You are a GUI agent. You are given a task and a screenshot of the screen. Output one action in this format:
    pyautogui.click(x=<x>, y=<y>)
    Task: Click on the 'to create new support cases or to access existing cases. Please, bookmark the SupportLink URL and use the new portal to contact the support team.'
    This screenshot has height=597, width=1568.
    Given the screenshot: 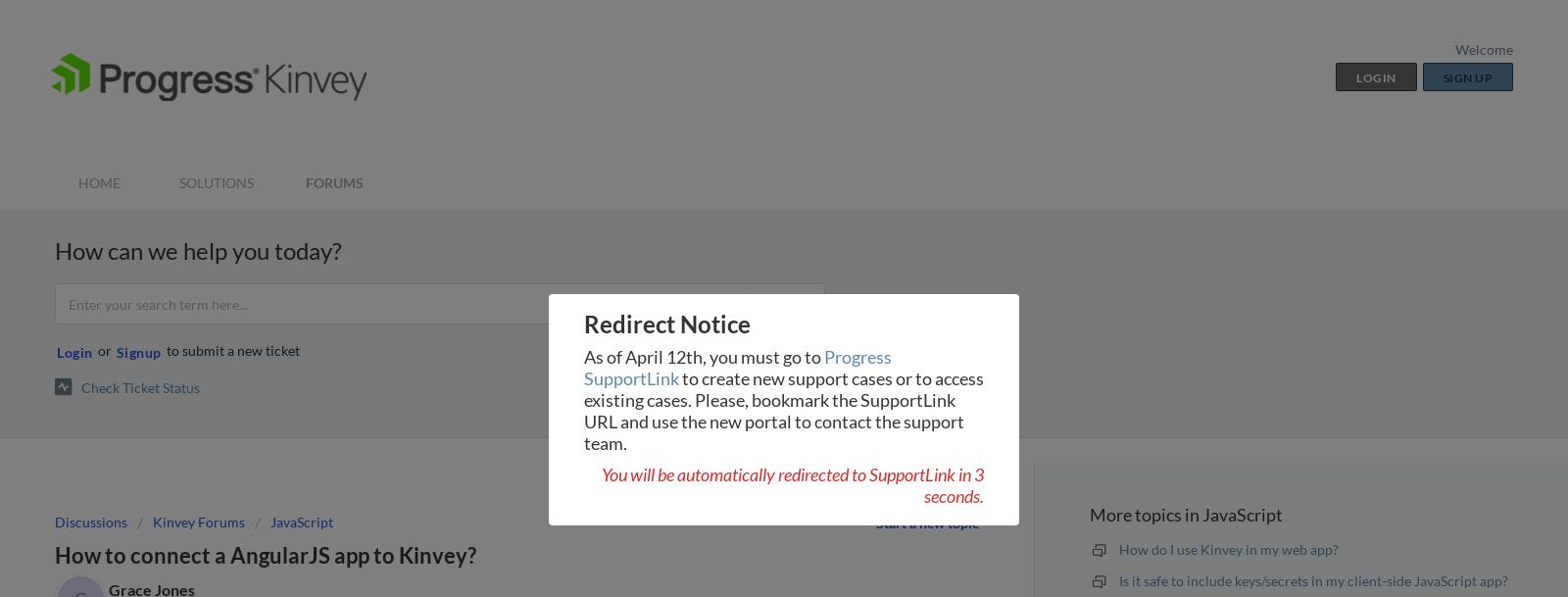 What is the action you would take?
    pyautogui.click(x=784, y=409)
    